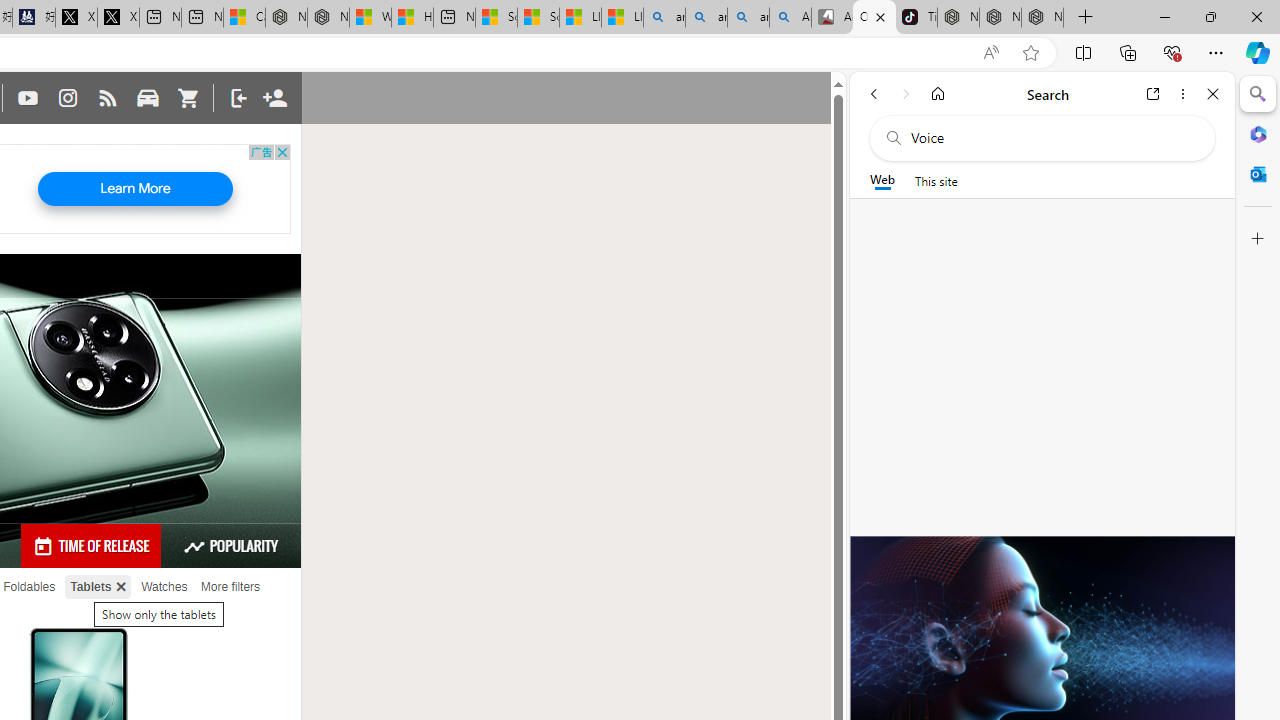 Image resolution: width=1280 pixels, height=720 pixels. What do you see at coordinates (230, 586) in the screenshot?
I see `'More filters'` at bounding box center [230, 586].